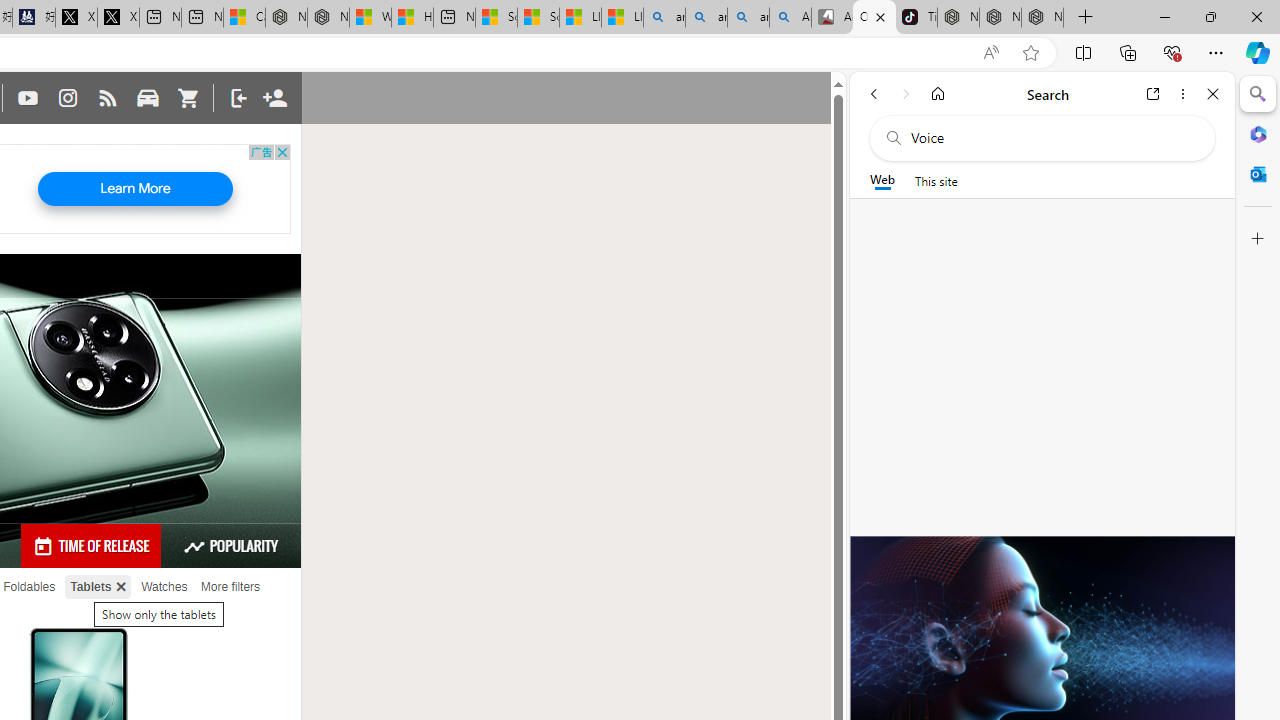 Image resolution: width=1280 pixels, height=720 pixels. What do you see at coordinates (230, 586) in the screenshot?
I see `'More filters'` at bounding box center [230, 586].